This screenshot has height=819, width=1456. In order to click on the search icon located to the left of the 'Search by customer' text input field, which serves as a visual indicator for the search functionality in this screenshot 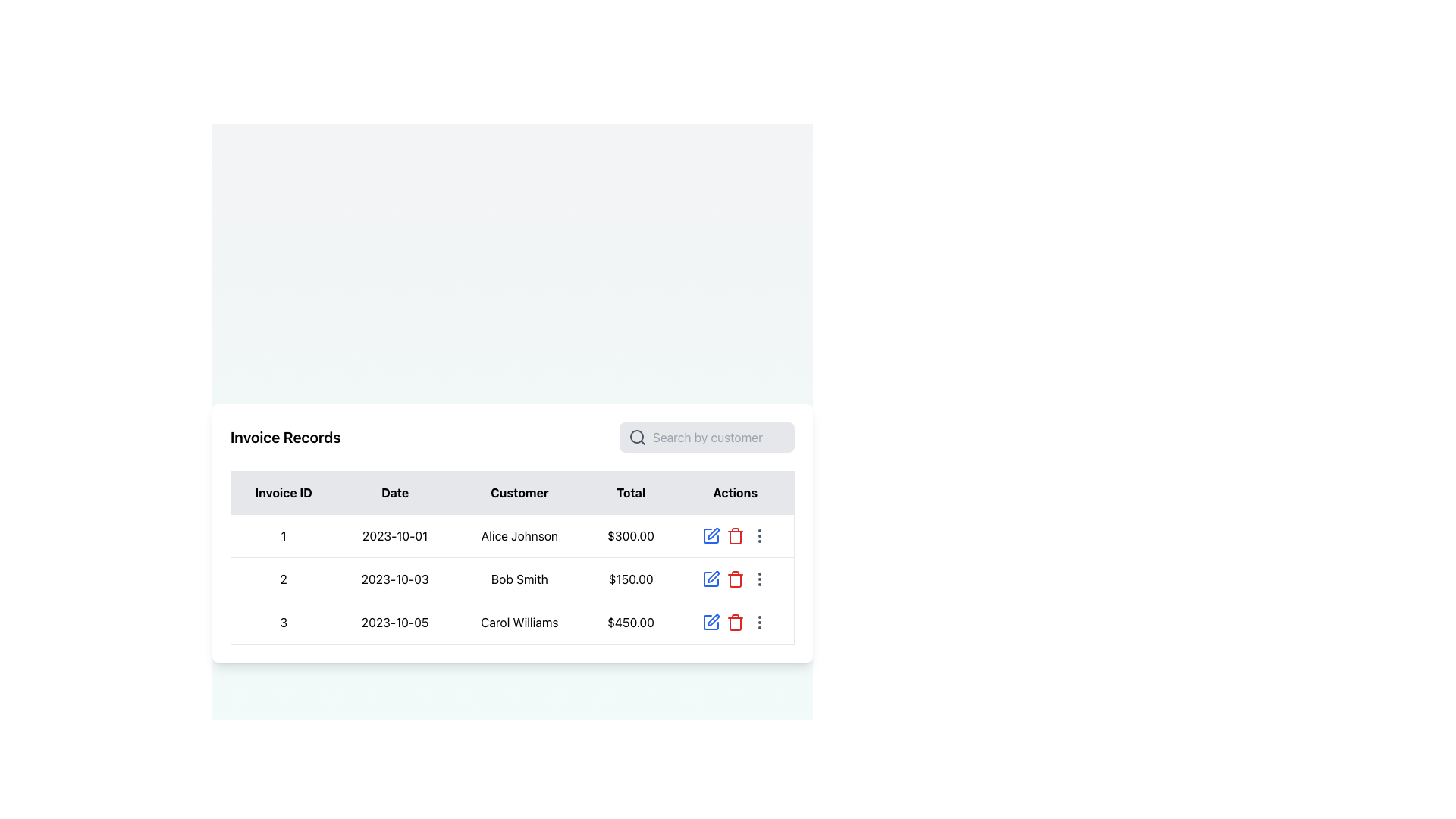, I will do `click(637, 437)`.